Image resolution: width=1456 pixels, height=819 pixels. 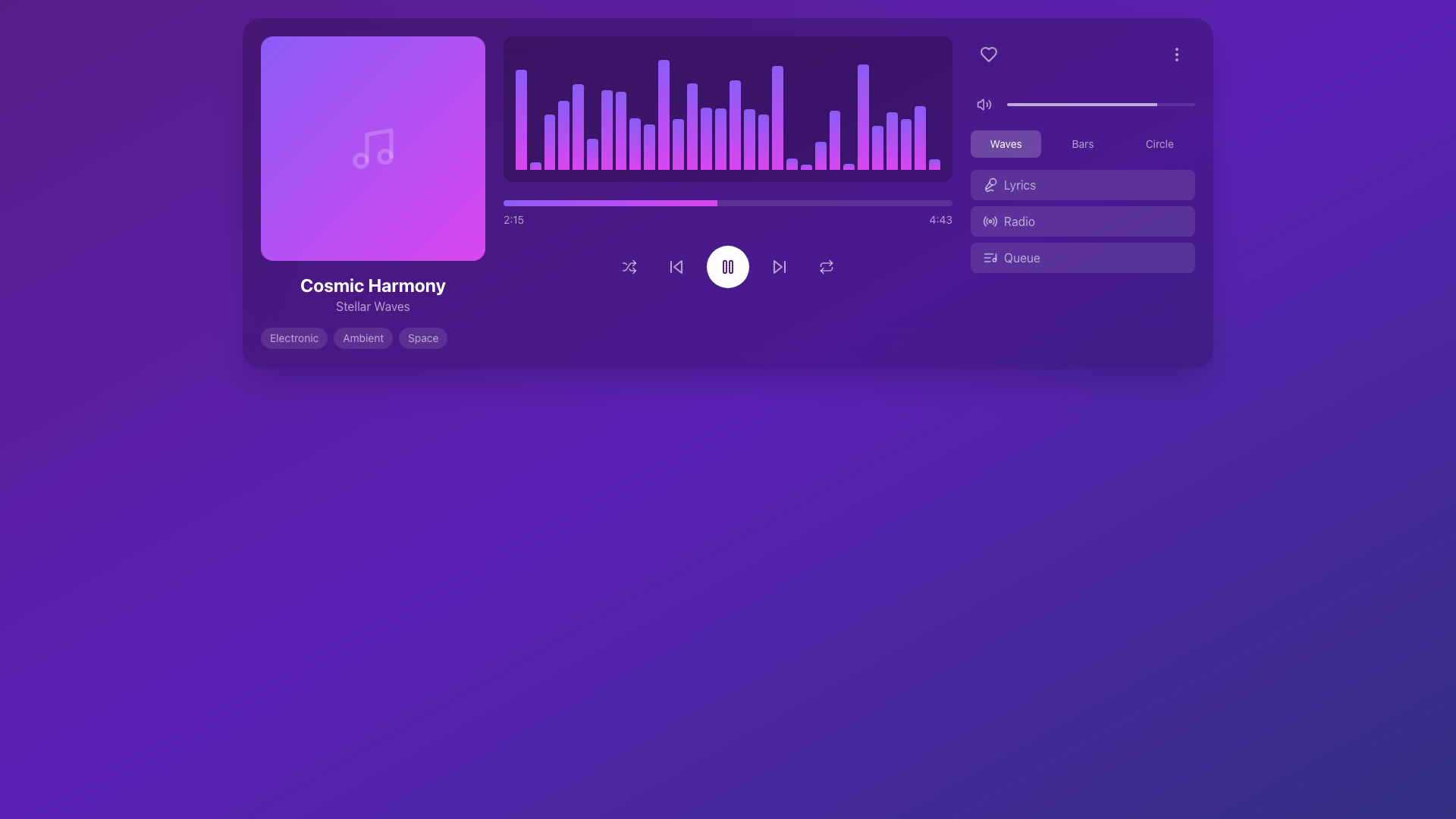 What do you see at coordinates (676, 265) in the screenshot?
I see `the media control button that skips to the previous track, which is the second button in a row of five controls beneath the progress bar` at bounding box center [676, 265].